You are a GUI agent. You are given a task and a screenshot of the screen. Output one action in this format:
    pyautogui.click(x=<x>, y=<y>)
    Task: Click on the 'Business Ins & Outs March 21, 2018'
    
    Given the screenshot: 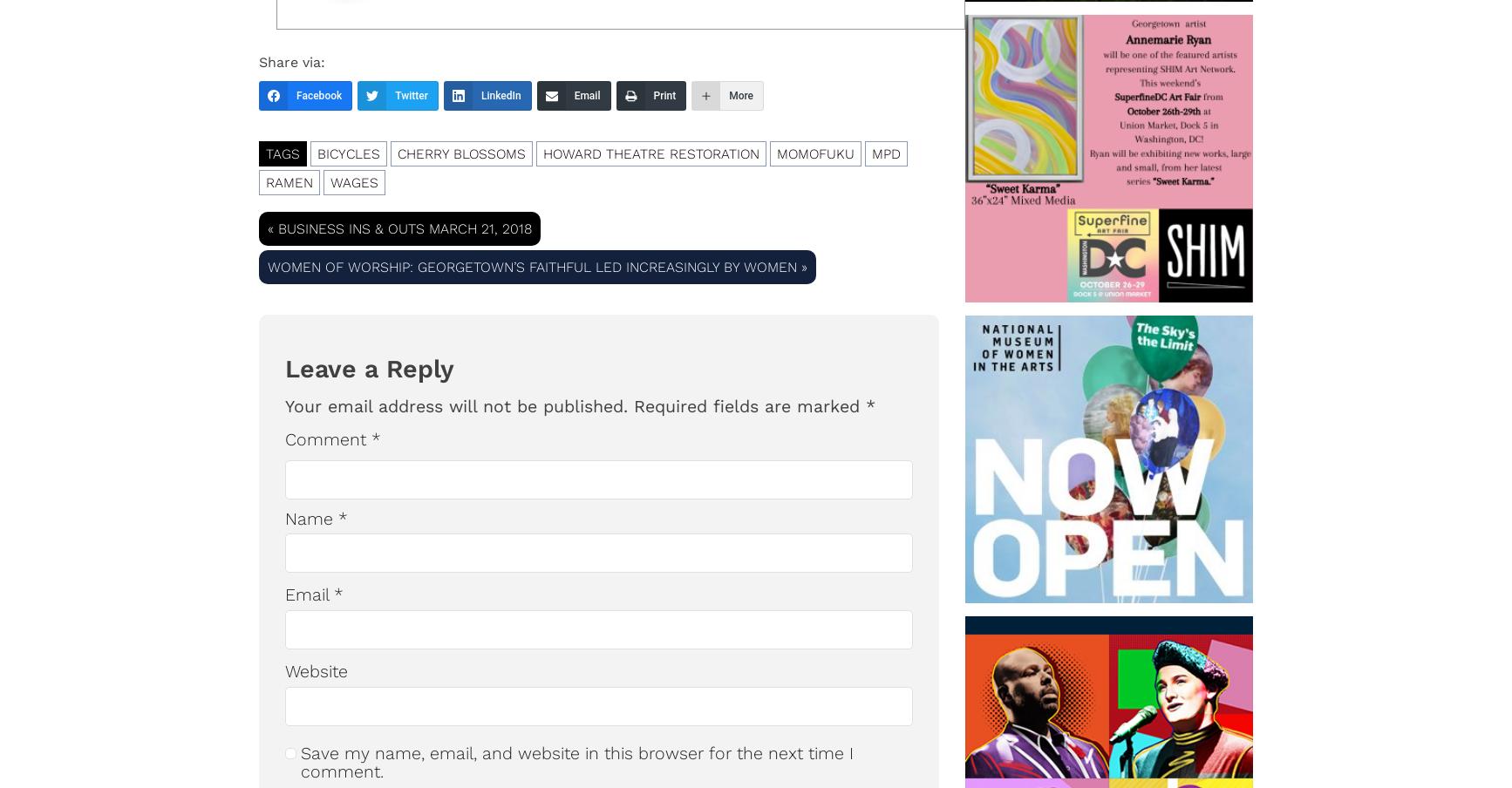 What is the action you would take?
    pyautogui.click(x=404, y=228)
    